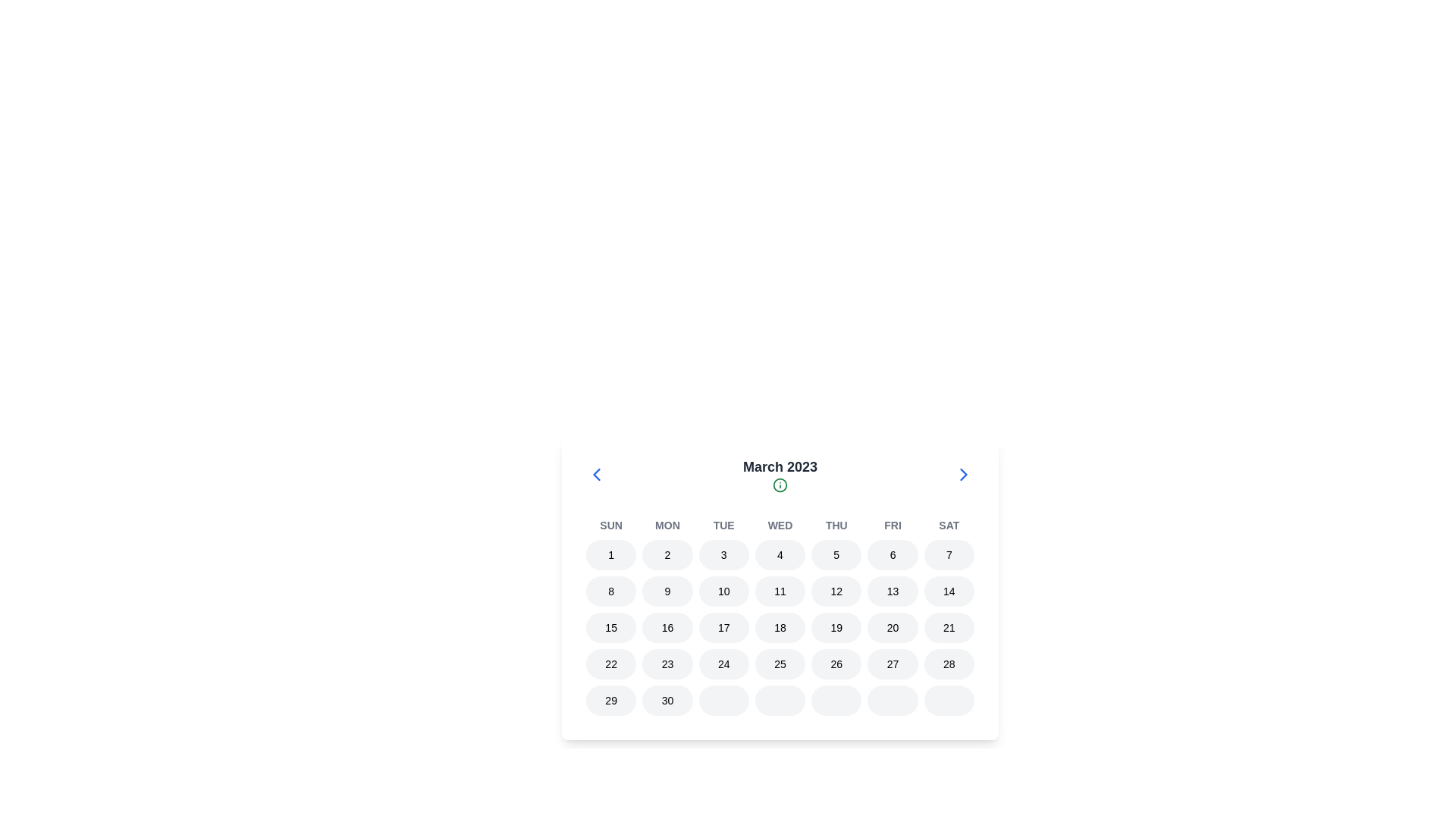 Image resolution: width=1456 pixels, height=819 pixels. What do you see at coordinates (723, 628) in the screenshot?
I see `the small rounded square button with a light grey background and the number '17' centered in black text, which is the third button in the horizontal row representing calendar dates` at bounding box center [723, 628].